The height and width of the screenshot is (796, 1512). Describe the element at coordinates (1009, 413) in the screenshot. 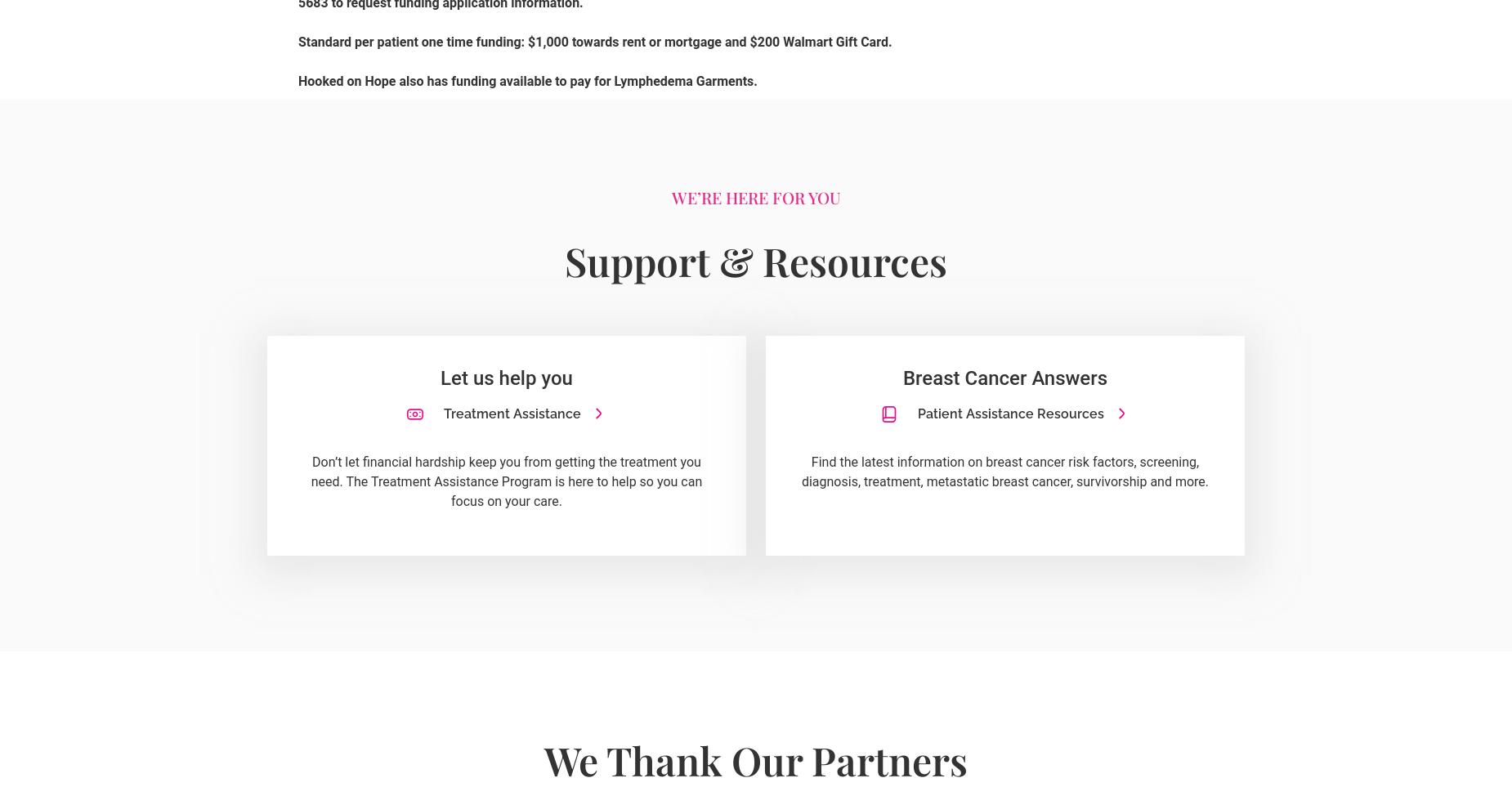

I see `'Patient Assistance Resources'` at that location.